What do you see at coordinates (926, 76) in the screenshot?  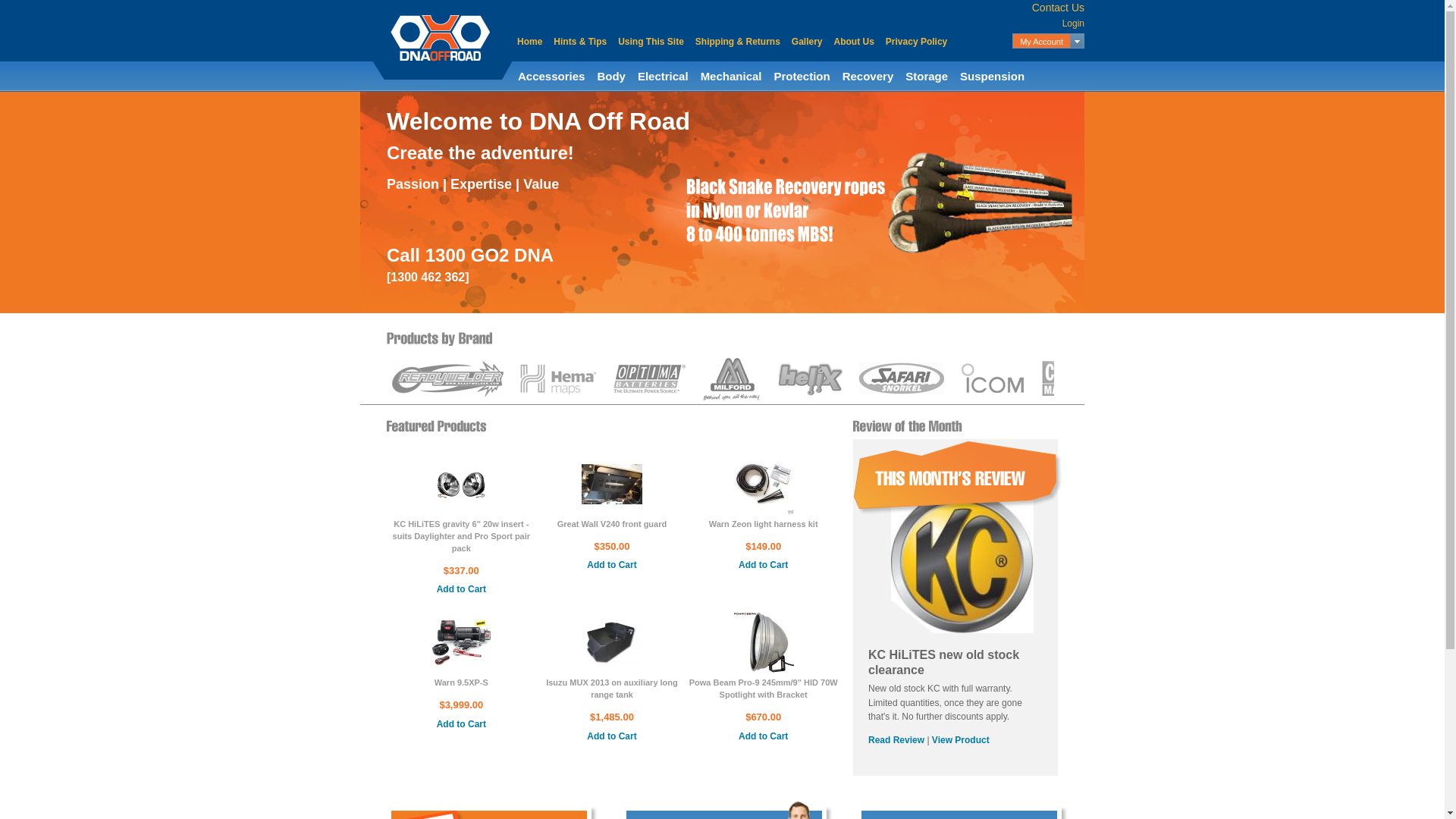 I see `'Storage'` at bounding box center [926, 76].